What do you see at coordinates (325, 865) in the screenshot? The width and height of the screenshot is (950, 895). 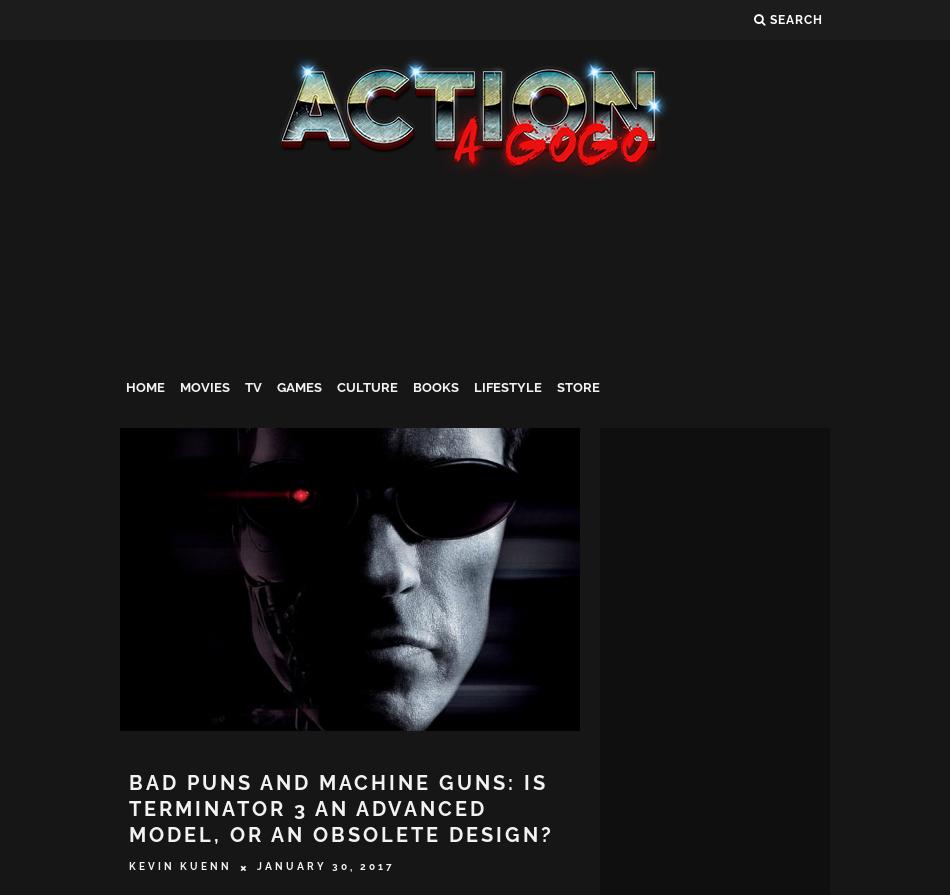 I see `'January 30, 2017'` at bounding box center [325, 865].